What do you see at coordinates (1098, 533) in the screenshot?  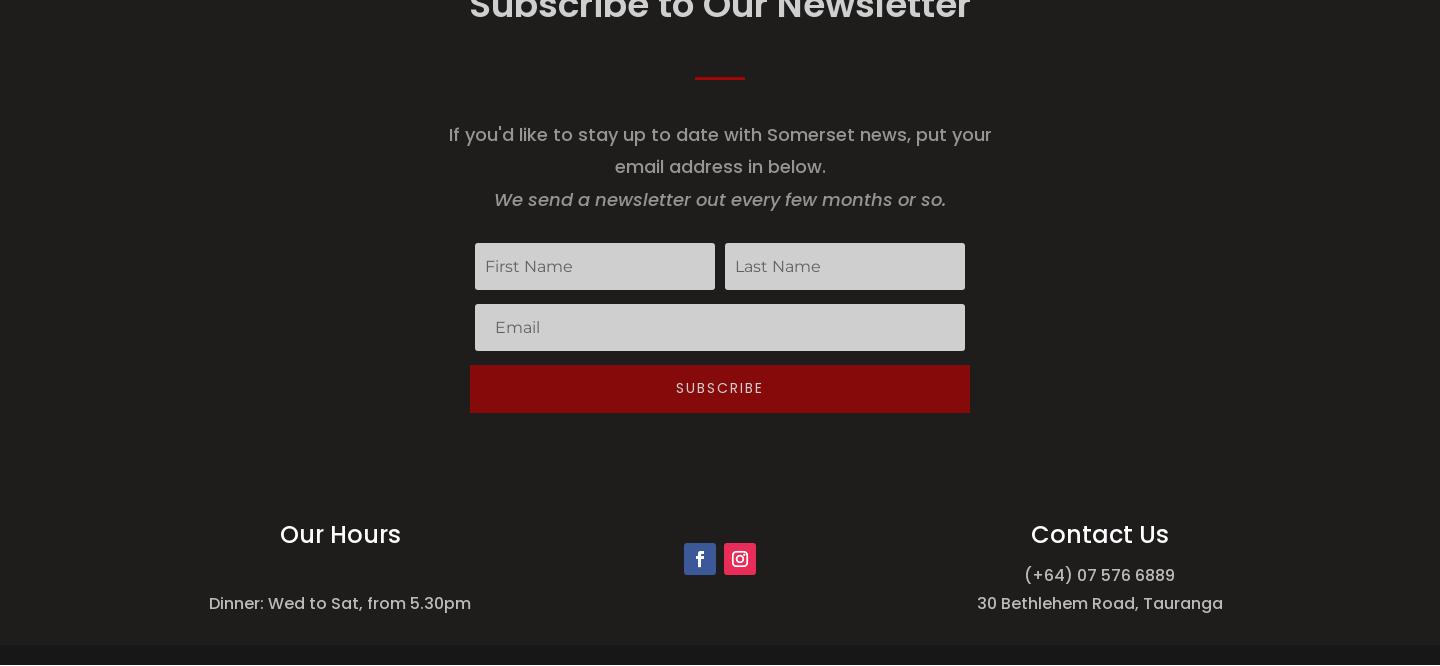 I see `'Contact Us'` at bounding box center [1098, 533].